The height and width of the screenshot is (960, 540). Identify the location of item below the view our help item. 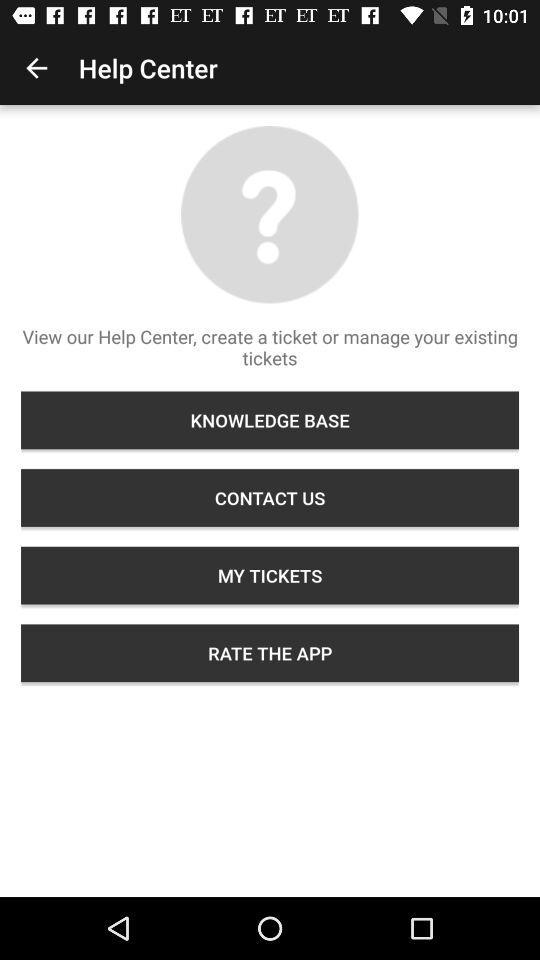
(270, 419).